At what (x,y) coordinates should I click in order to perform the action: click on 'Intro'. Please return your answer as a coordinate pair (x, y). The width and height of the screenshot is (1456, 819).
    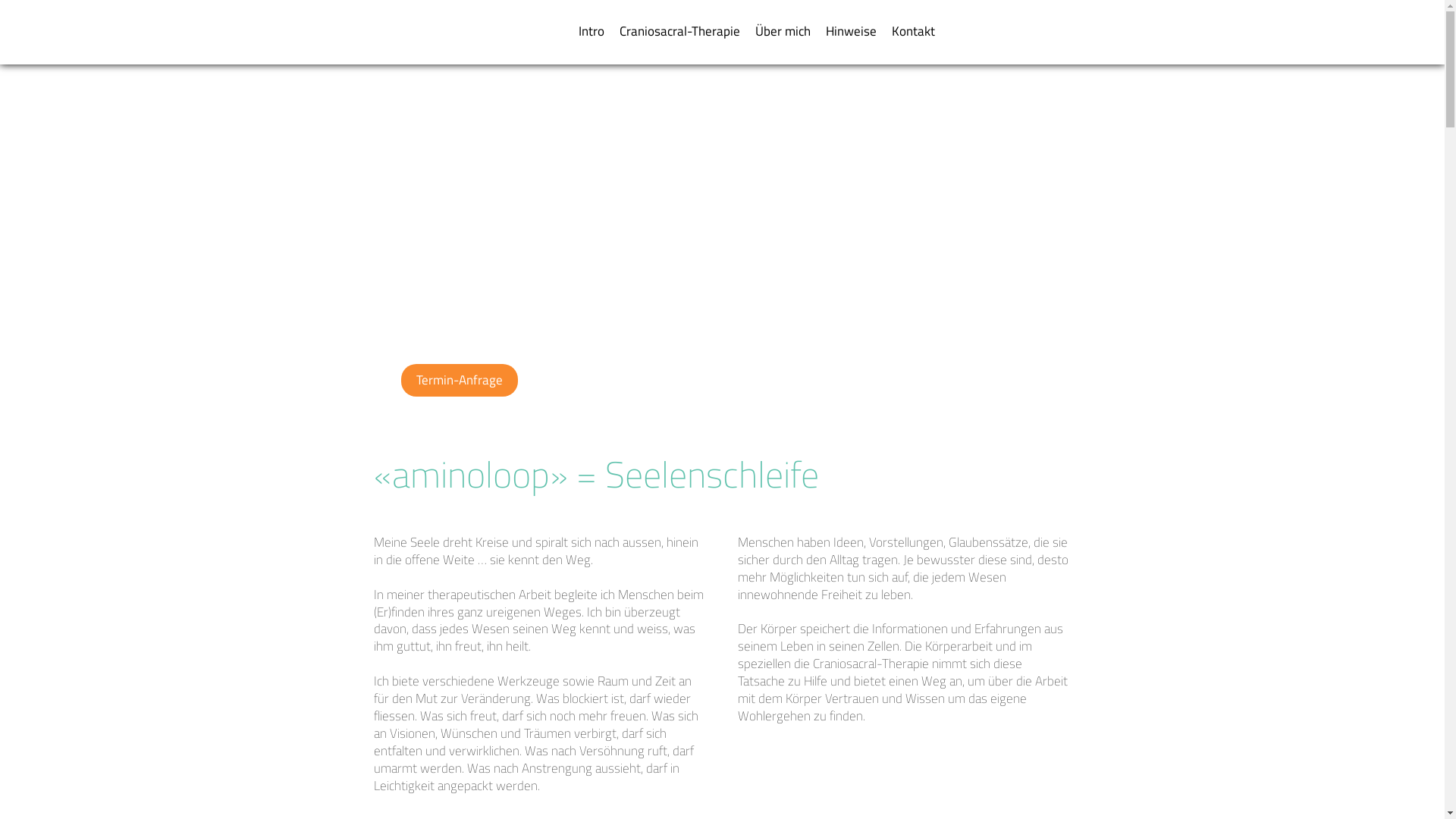
    Looking at the image, I should click on (589, 31).